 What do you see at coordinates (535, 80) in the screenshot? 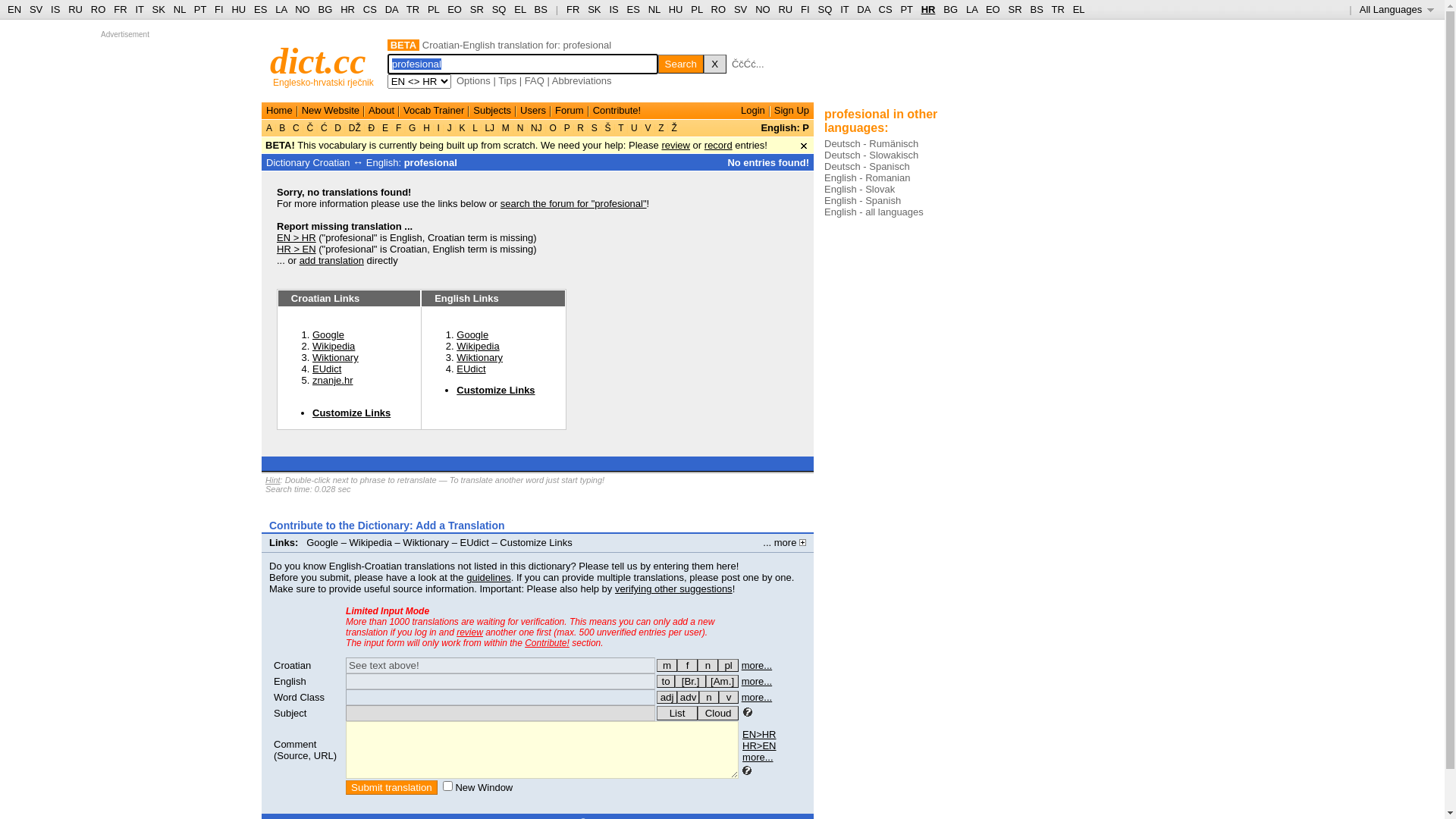
I see `'FAQ'` at bounding box center [535, 80].